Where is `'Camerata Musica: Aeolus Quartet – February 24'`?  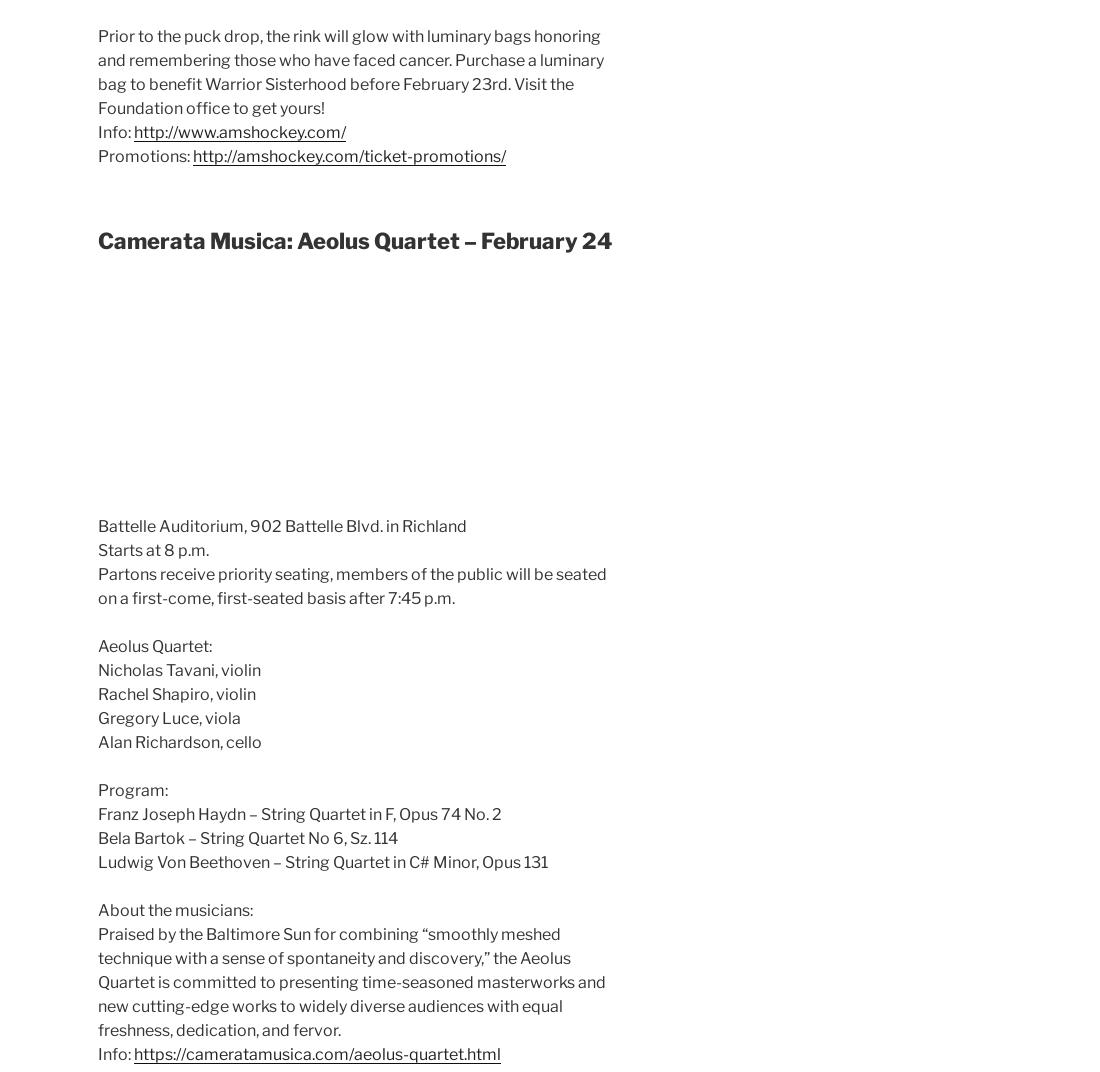 'Camerata Musica: Aeolus Quartet – February 24' is located at coordinates (98, 240).